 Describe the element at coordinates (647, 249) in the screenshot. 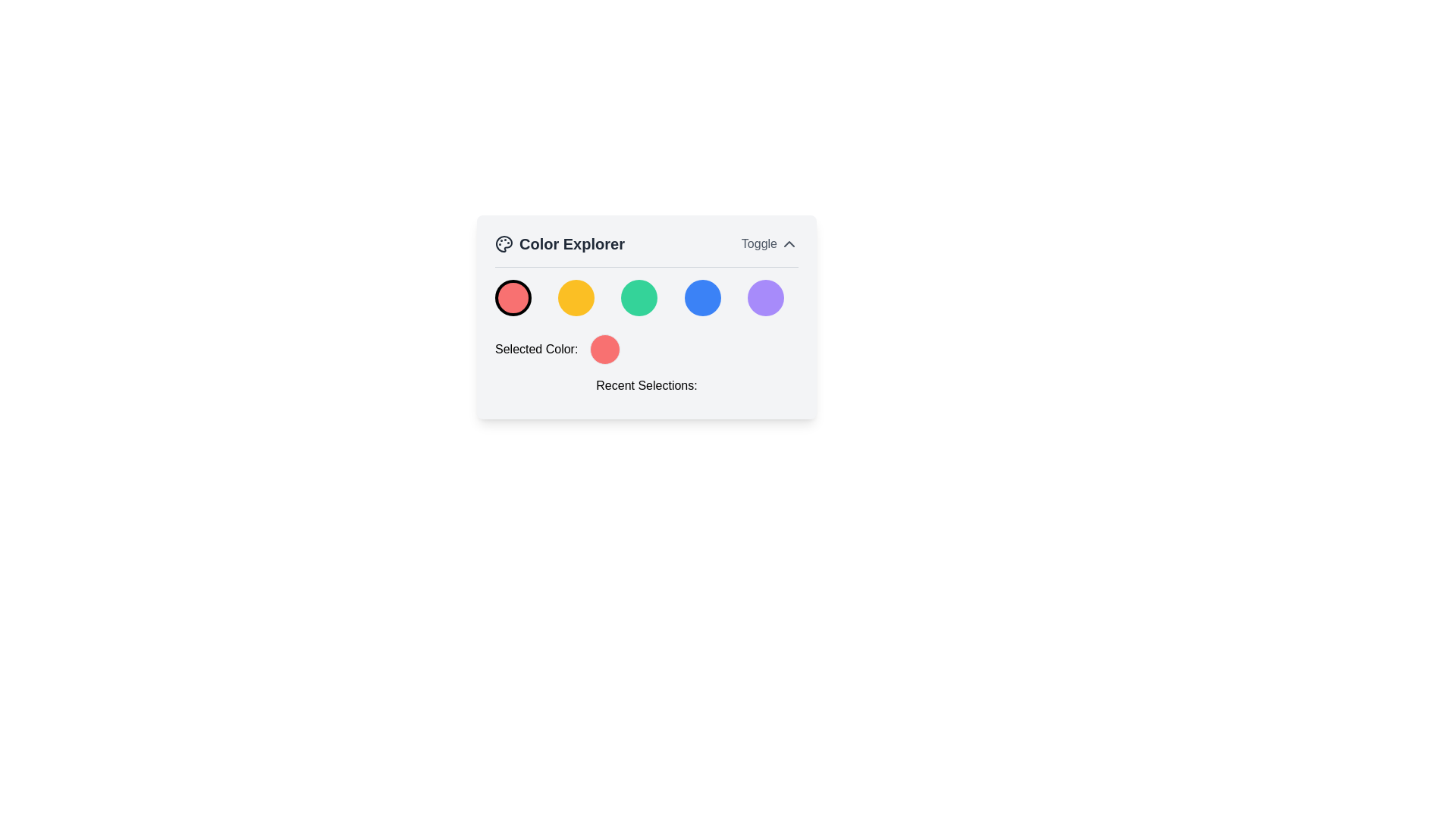

I see `toggle button in the 'Color Explorer' header by hovering over the chevron icon to check for visual feedback on interactivity` at that location.